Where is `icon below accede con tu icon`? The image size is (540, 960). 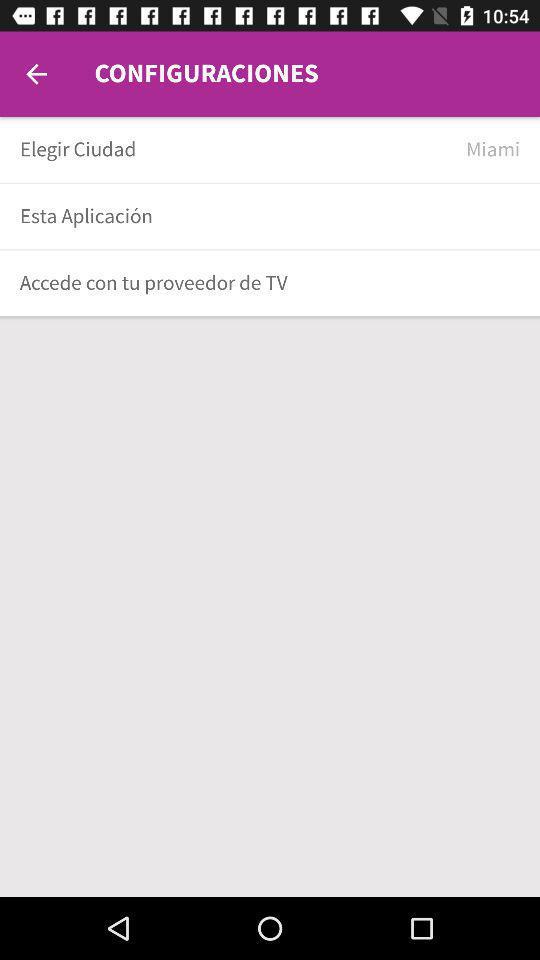 icon below accede con tu icon is located at coordinates (270, 318).